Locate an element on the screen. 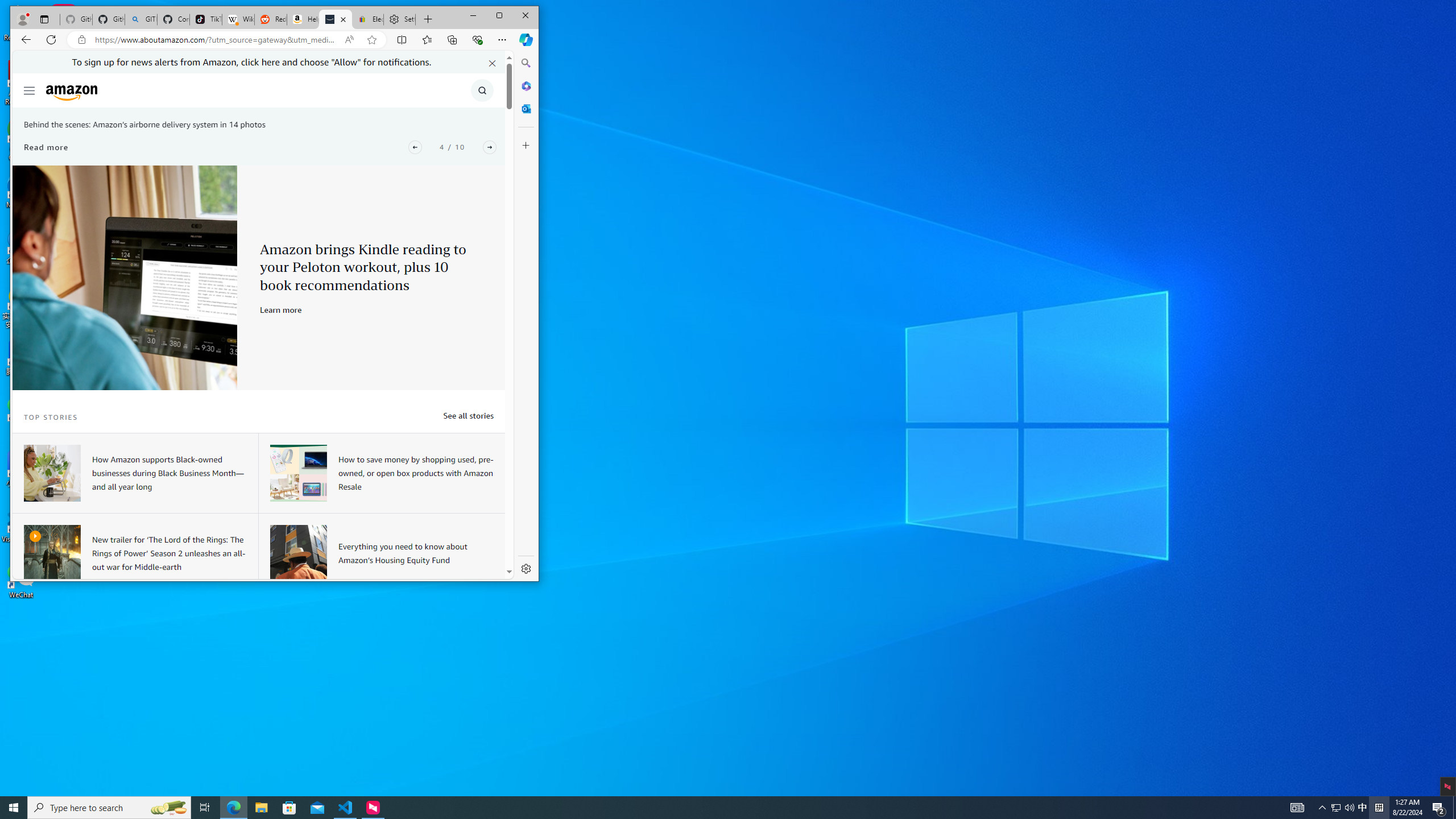 Image resolution: width=1456 pixels, height=819 pixels. 'AutomationID: 4105' is located at coordinates (1296, 806).